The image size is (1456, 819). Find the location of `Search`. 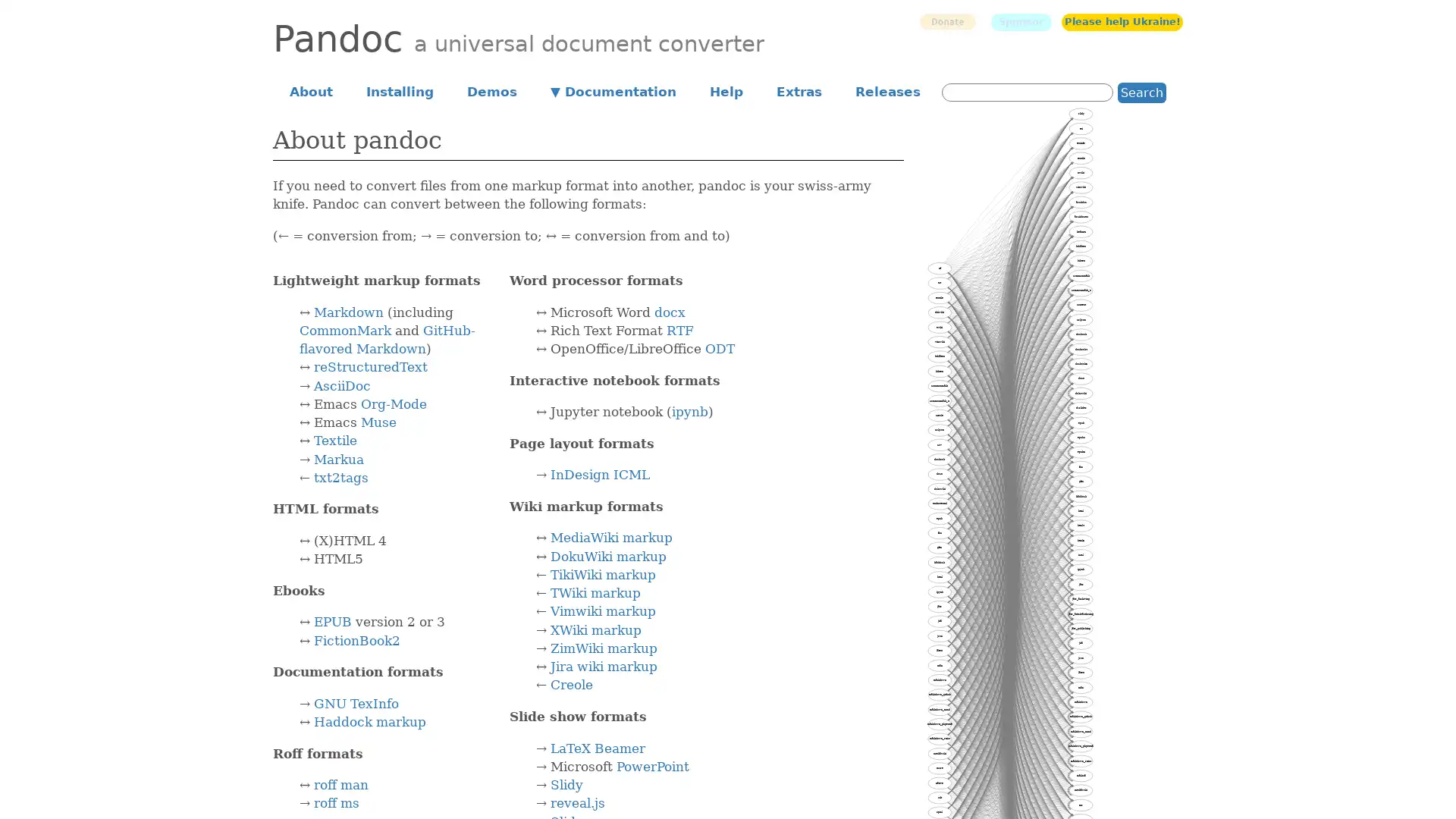

Search is located at coordinates (1142, 92).